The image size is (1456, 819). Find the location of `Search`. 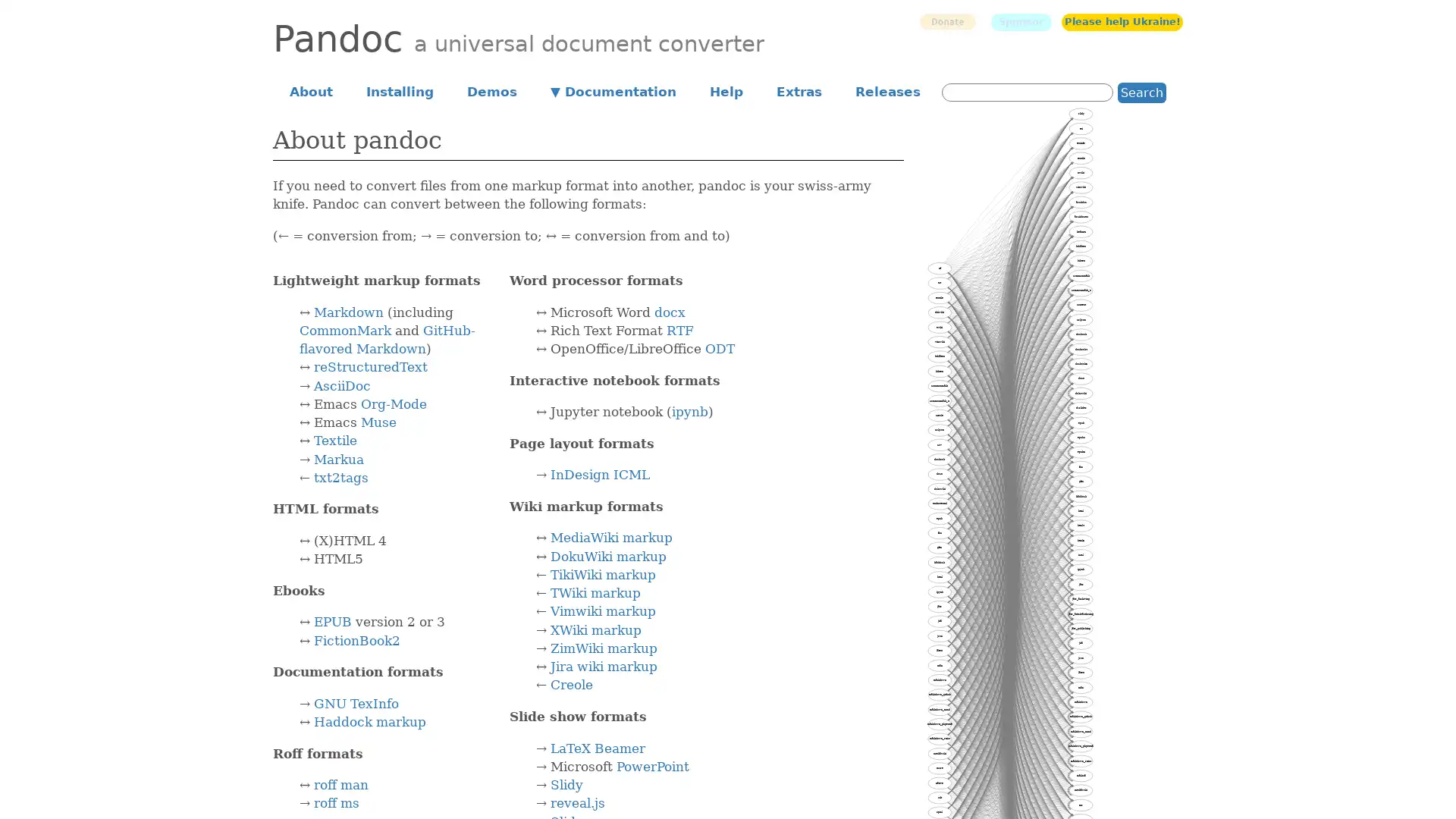

Search is located at coordinates (1142, 92).